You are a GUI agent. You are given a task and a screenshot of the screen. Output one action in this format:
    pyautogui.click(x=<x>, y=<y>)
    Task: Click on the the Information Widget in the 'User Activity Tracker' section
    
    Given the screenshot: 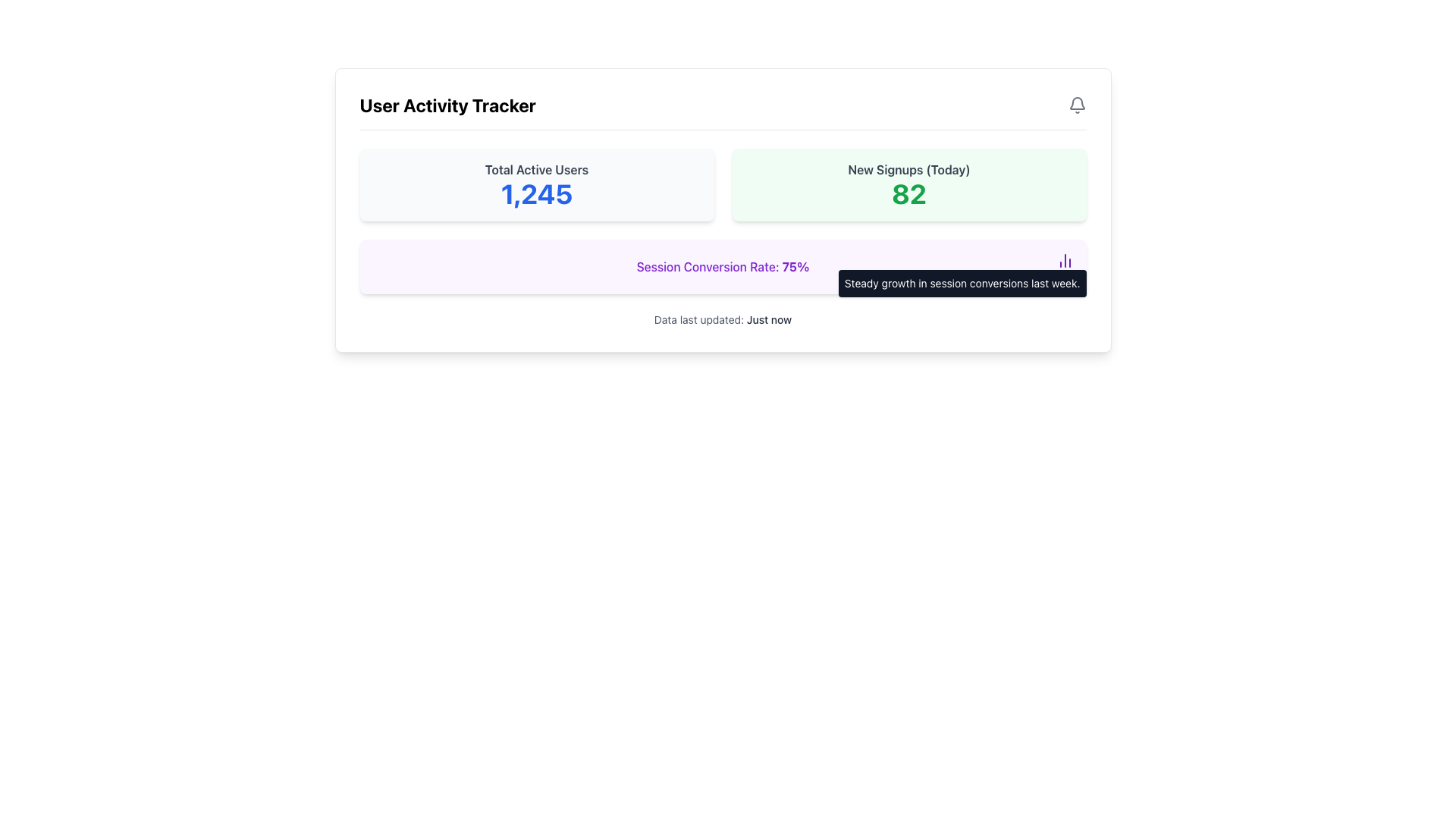 What is the action you would take?
    pyautogui.click(x=722, y=221)
    